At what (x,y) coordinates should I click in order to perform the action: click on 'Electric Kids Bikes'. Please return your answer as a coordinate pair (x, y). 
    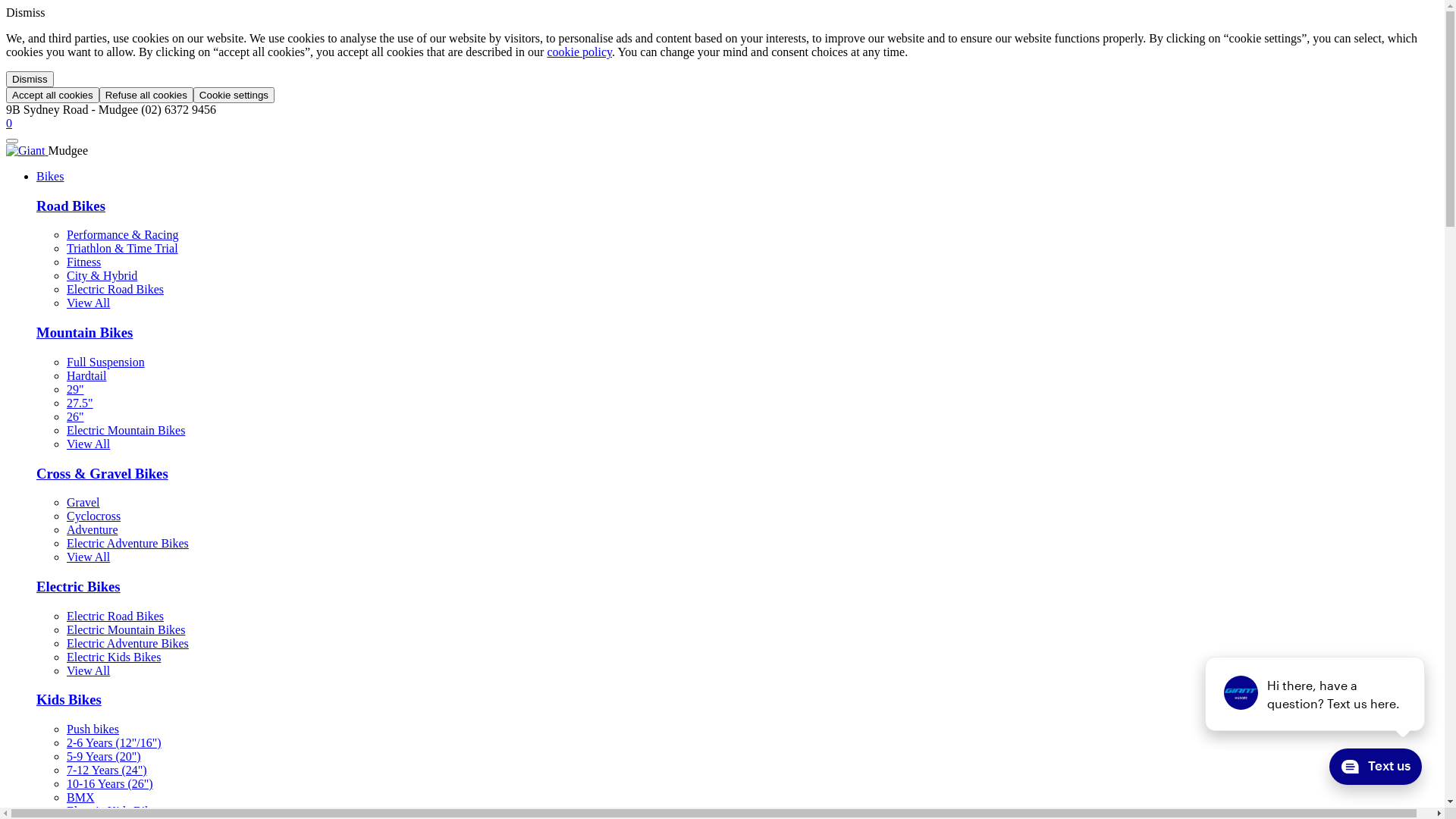
    Looking at the image, I should click on (112, 810).